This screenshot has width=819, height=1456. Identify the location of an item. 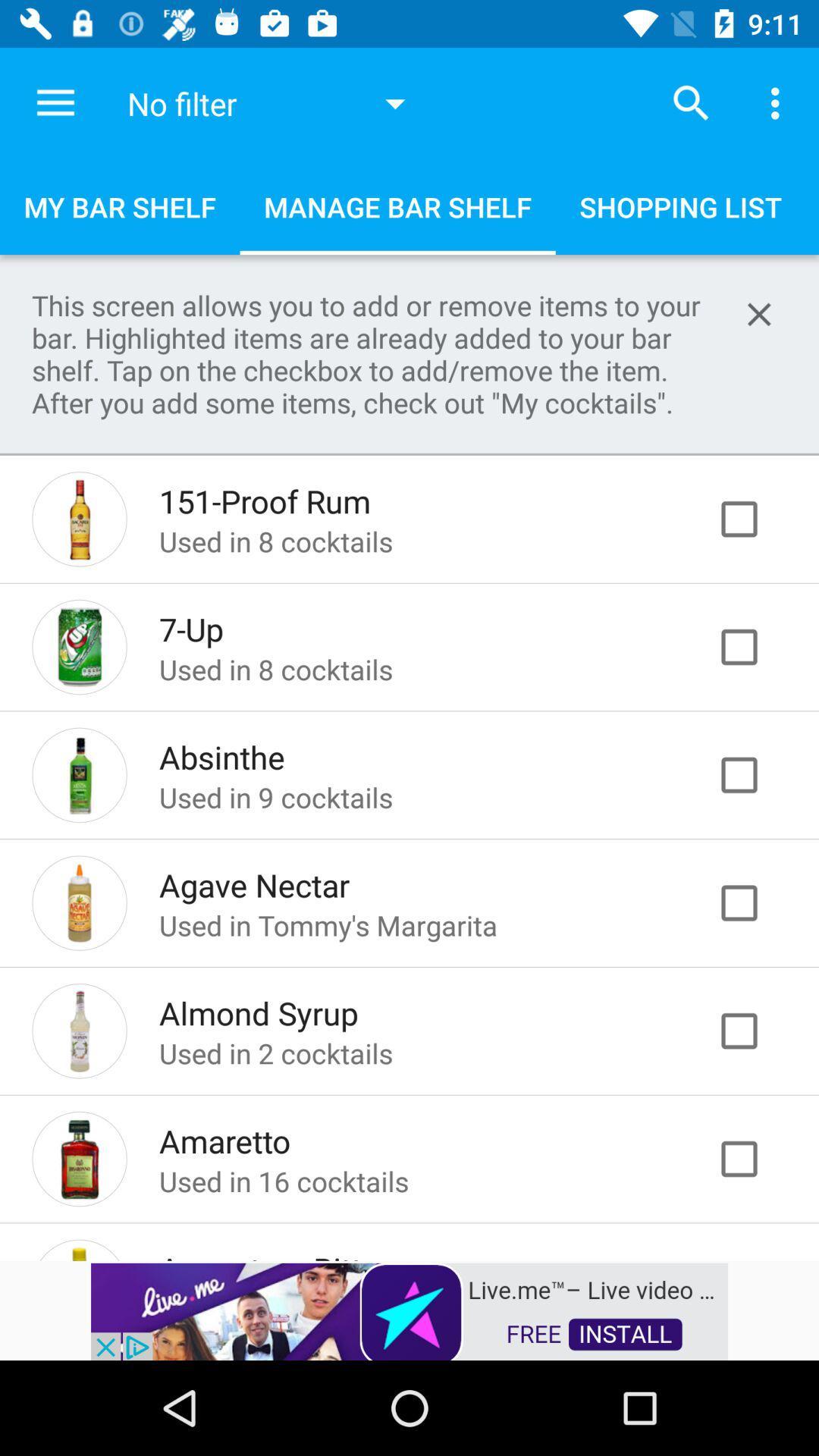
(755, 519).